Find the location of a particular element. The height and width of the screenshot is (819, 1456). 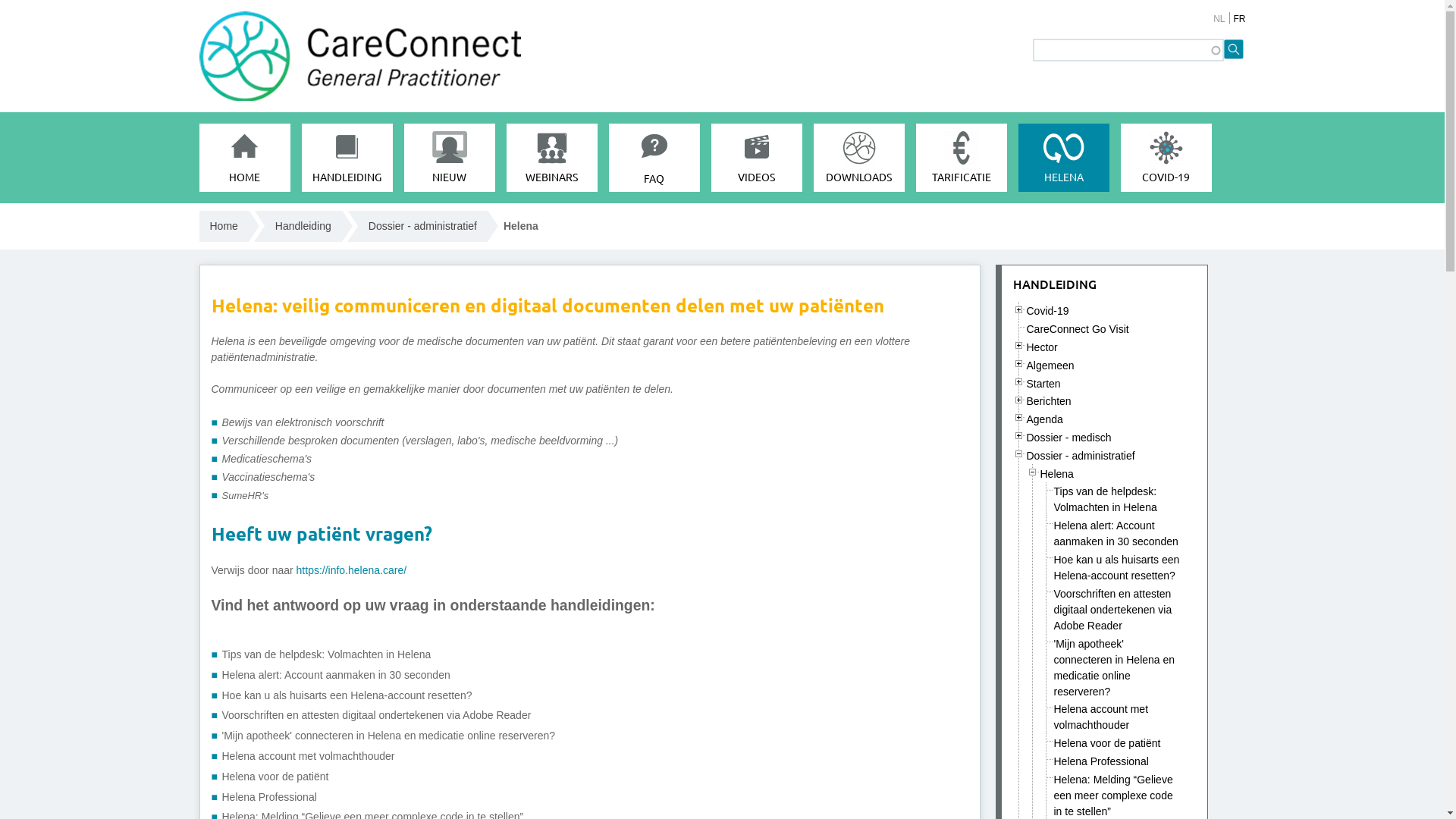

' ' is located at coordinates (1019, 399).